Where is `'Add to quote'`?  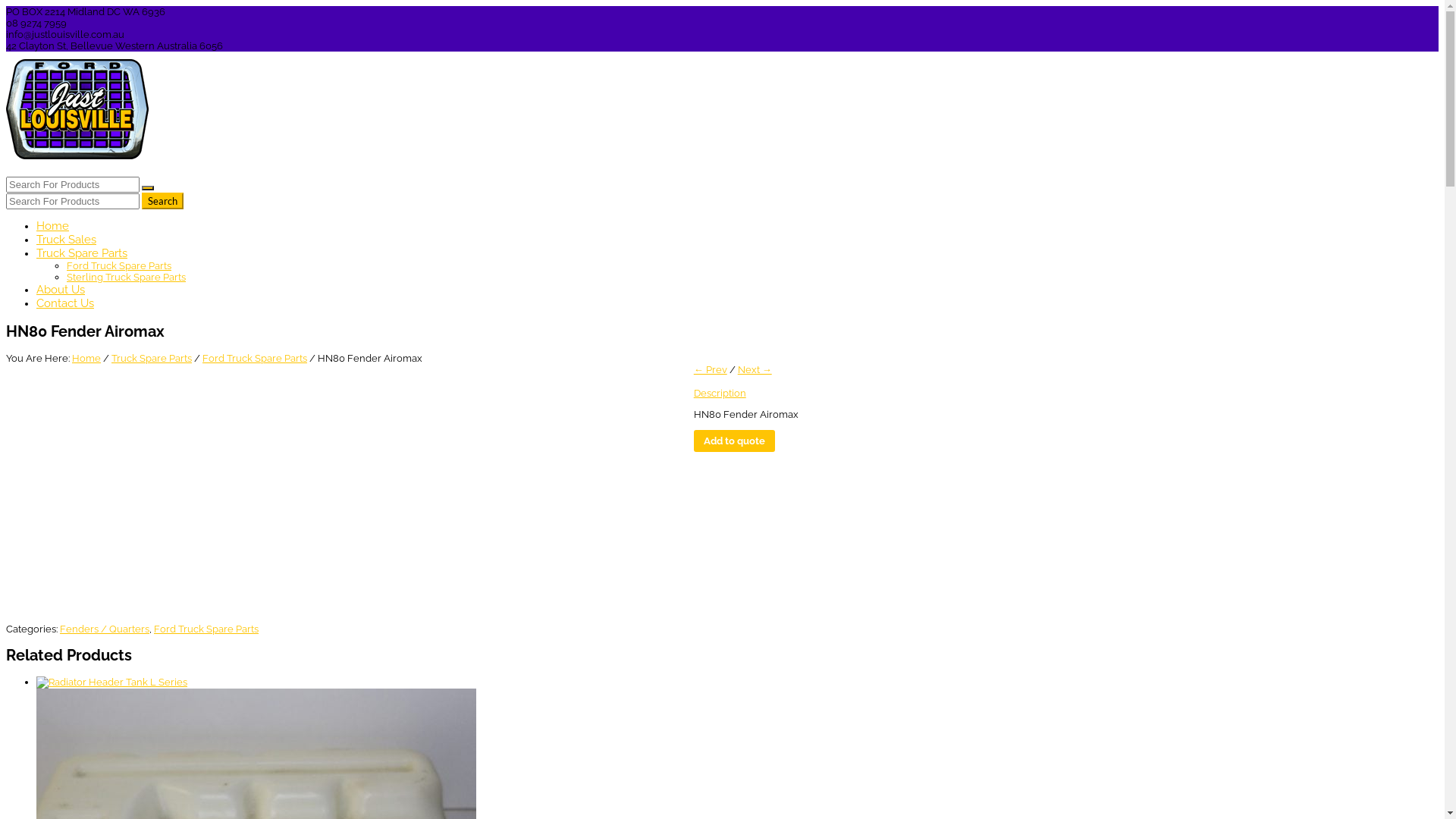
'Add to quote' is located at coordinates (734, 441).